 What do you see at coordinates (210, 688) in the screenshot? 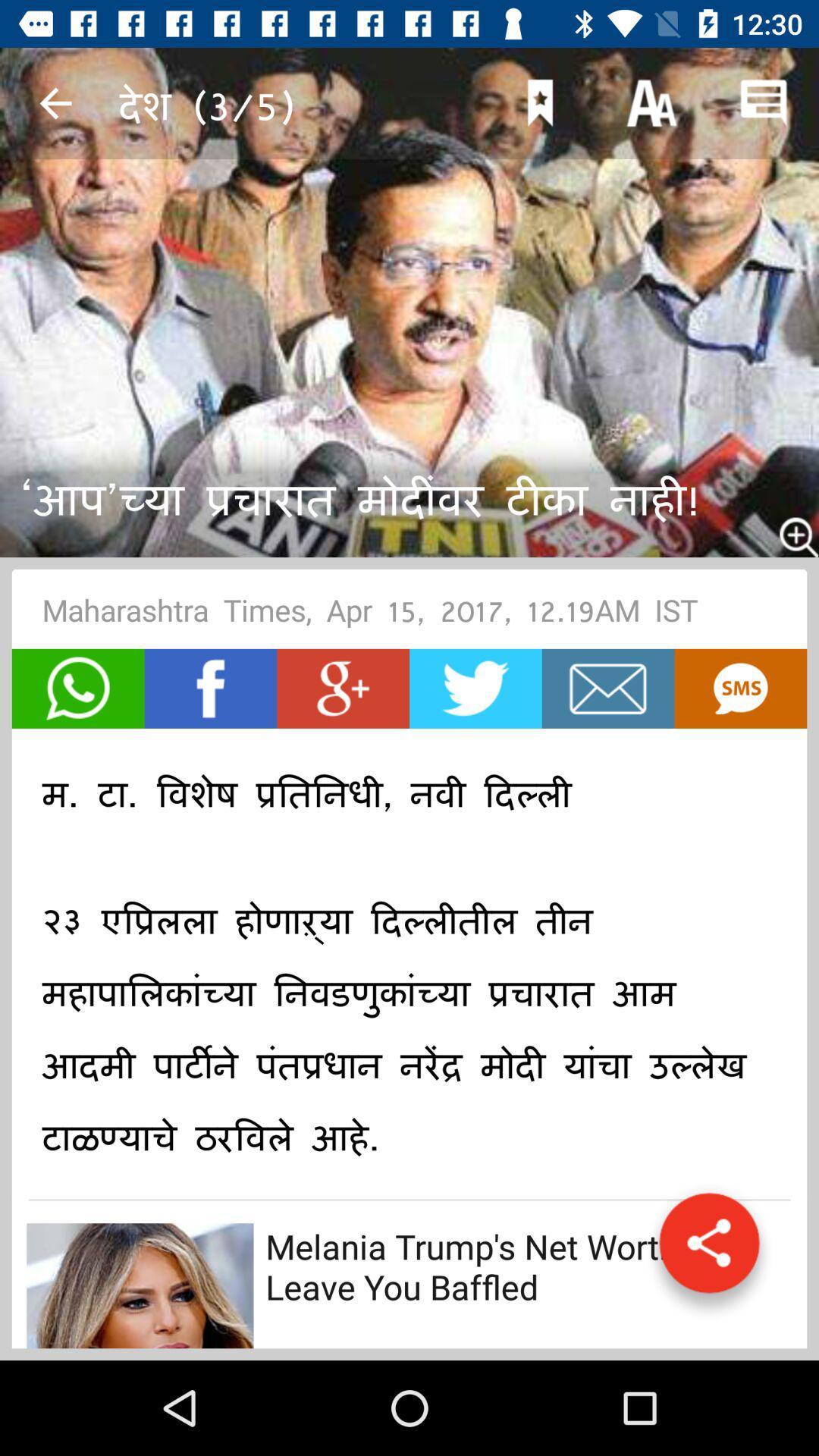
I see `item below maharashtra times apr icon` at bounding box center [210, 688].